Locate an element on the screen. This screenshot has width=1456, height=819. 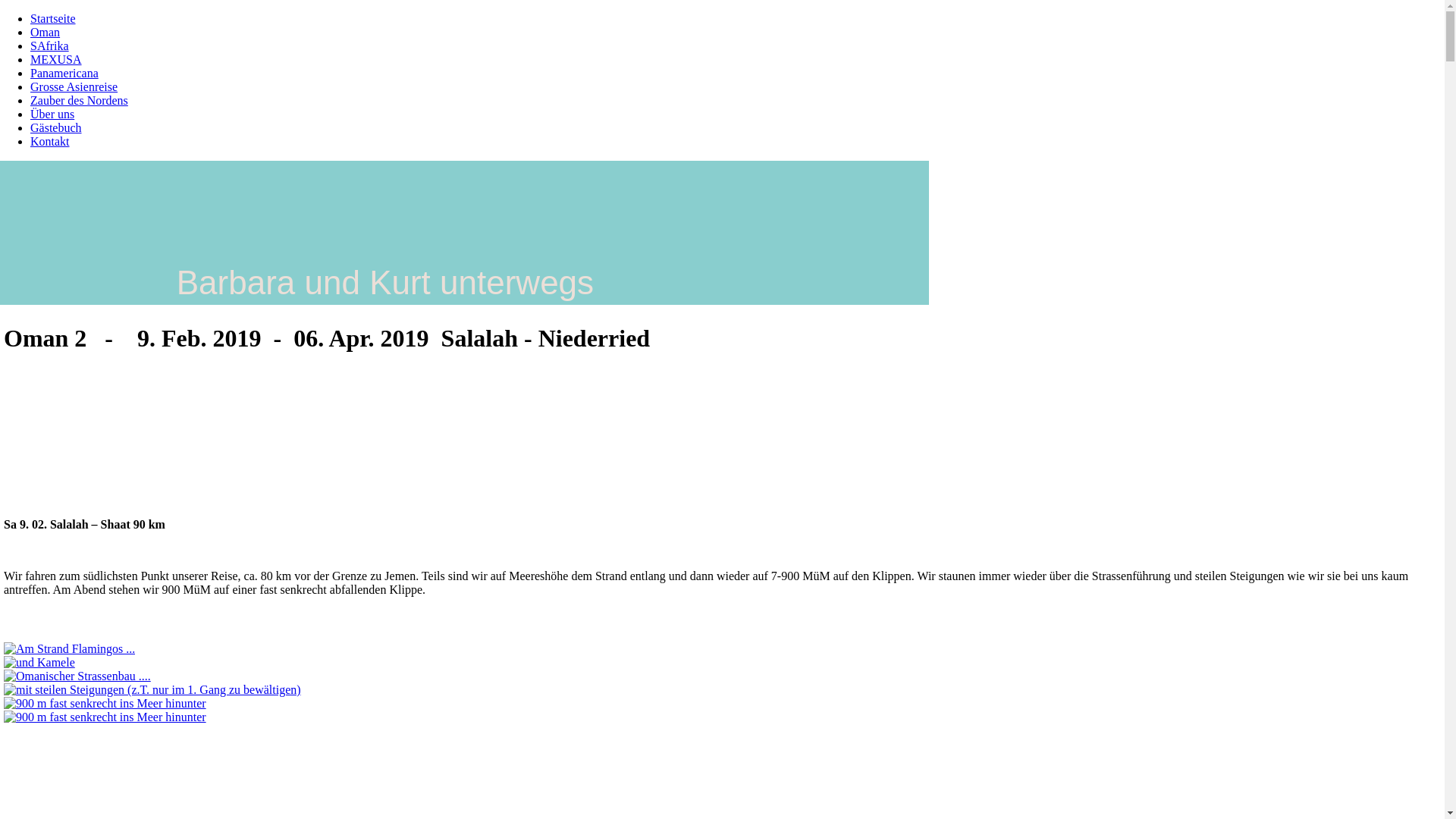
'Kontakt' is located at coordinates (30, 141).